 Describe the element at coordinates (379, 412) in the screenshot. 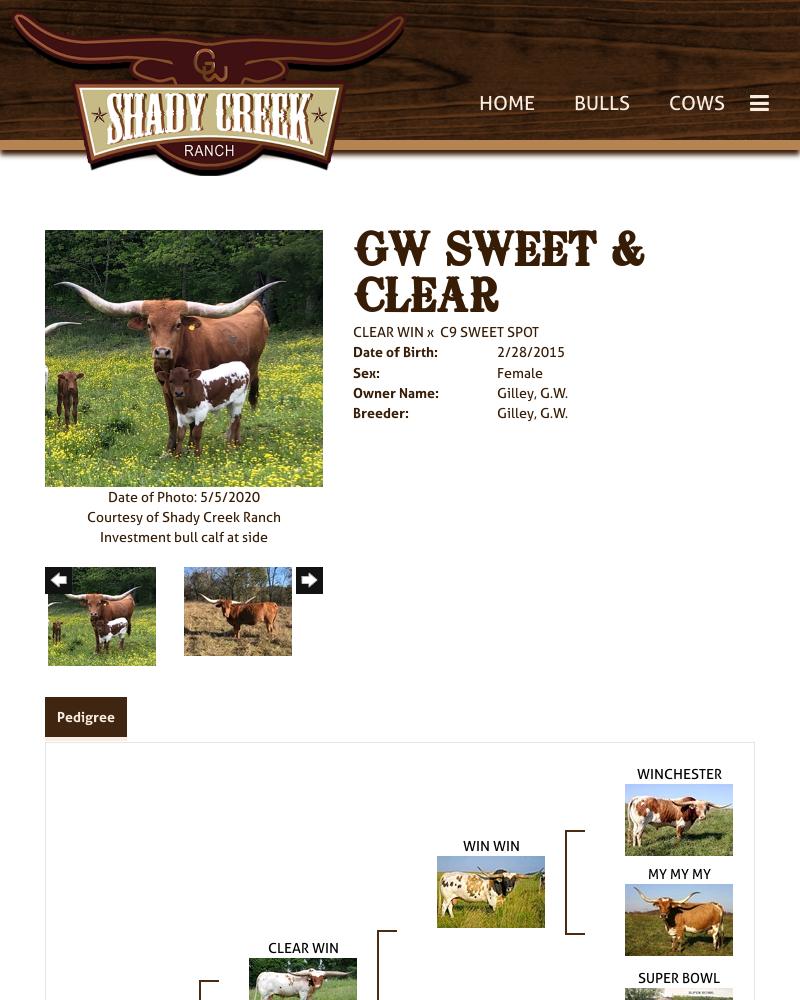

I see `'Breeder:'` at that location.